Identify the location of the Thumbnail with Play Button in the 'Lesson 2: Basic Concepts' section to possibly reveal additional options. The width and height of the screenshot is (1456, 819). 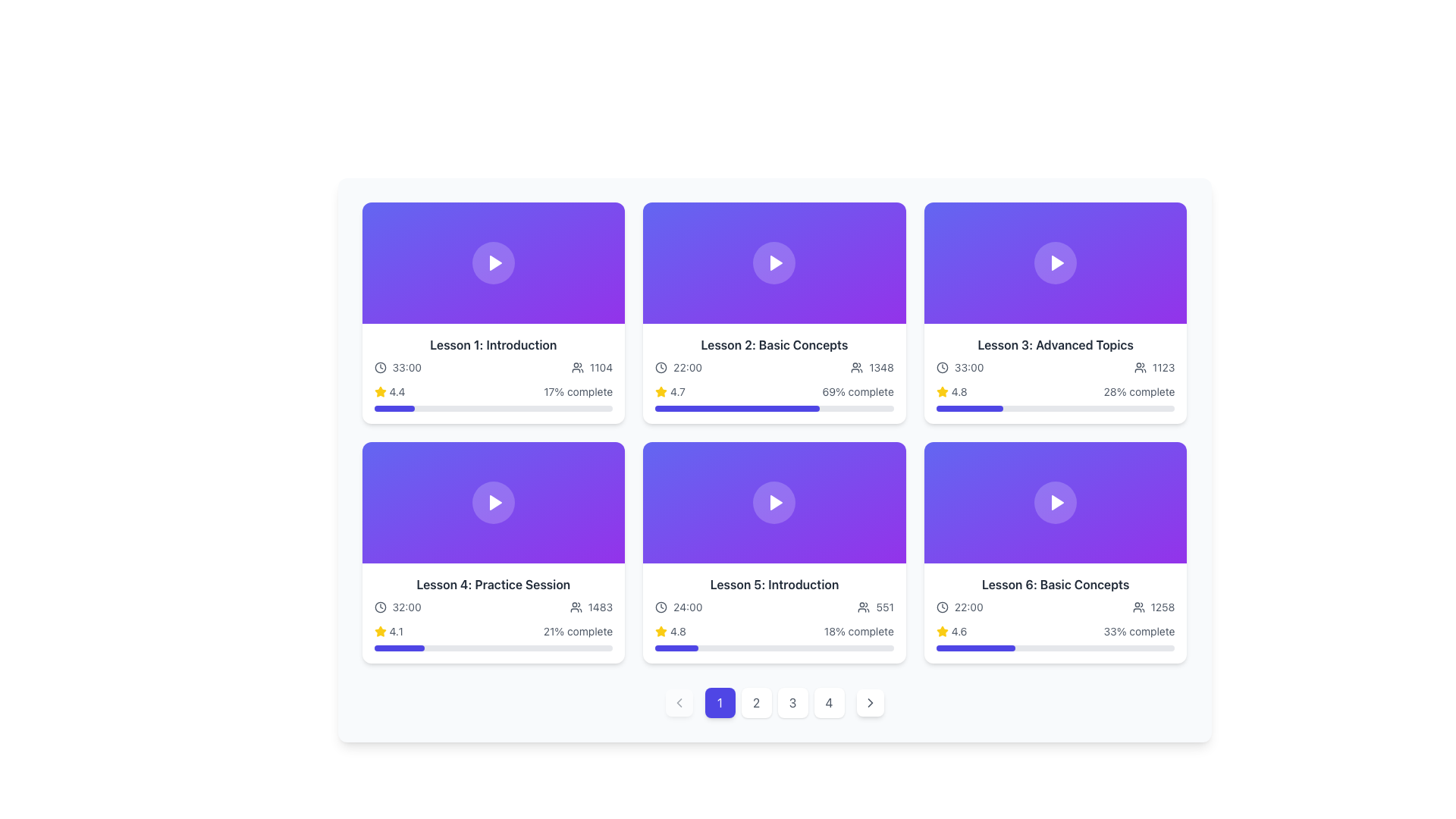
(774, 262).